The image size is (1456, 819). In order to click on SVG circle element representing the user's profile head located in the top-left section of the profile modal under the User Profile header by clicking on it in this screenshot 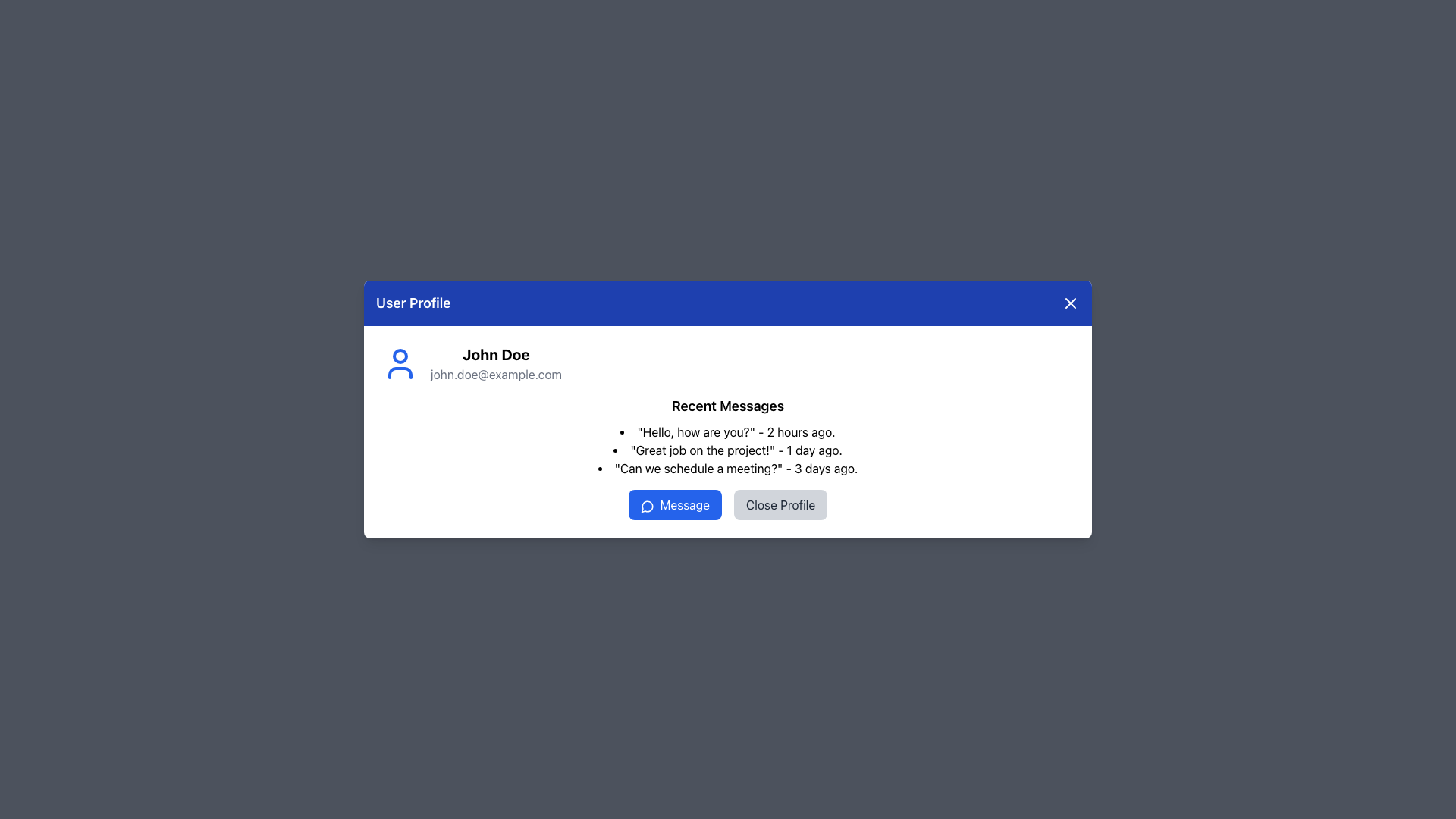, I will do `click(400, 356)`.